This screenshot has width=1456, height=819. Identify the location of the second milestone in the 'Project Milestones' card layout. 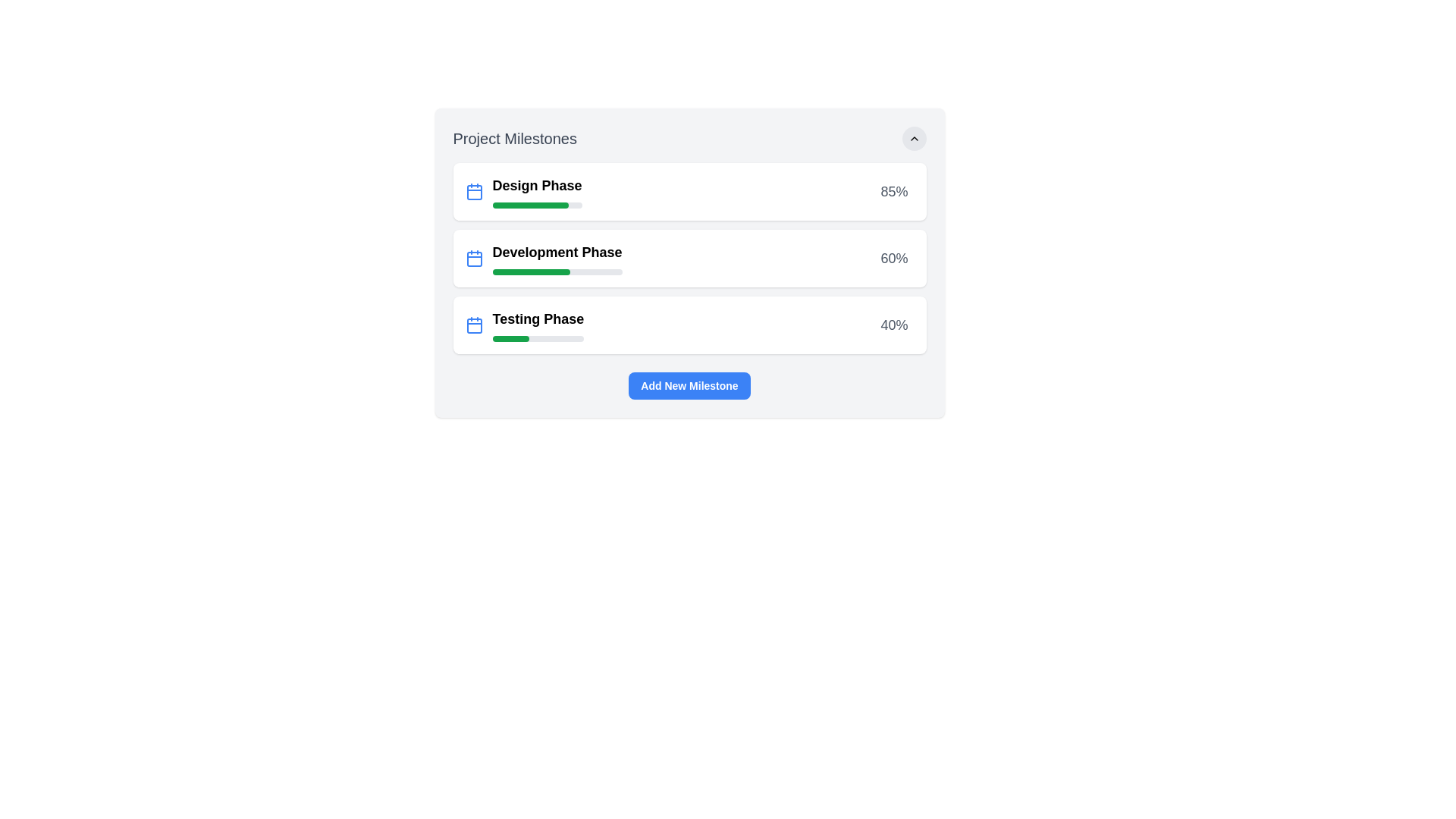
(556, 257).